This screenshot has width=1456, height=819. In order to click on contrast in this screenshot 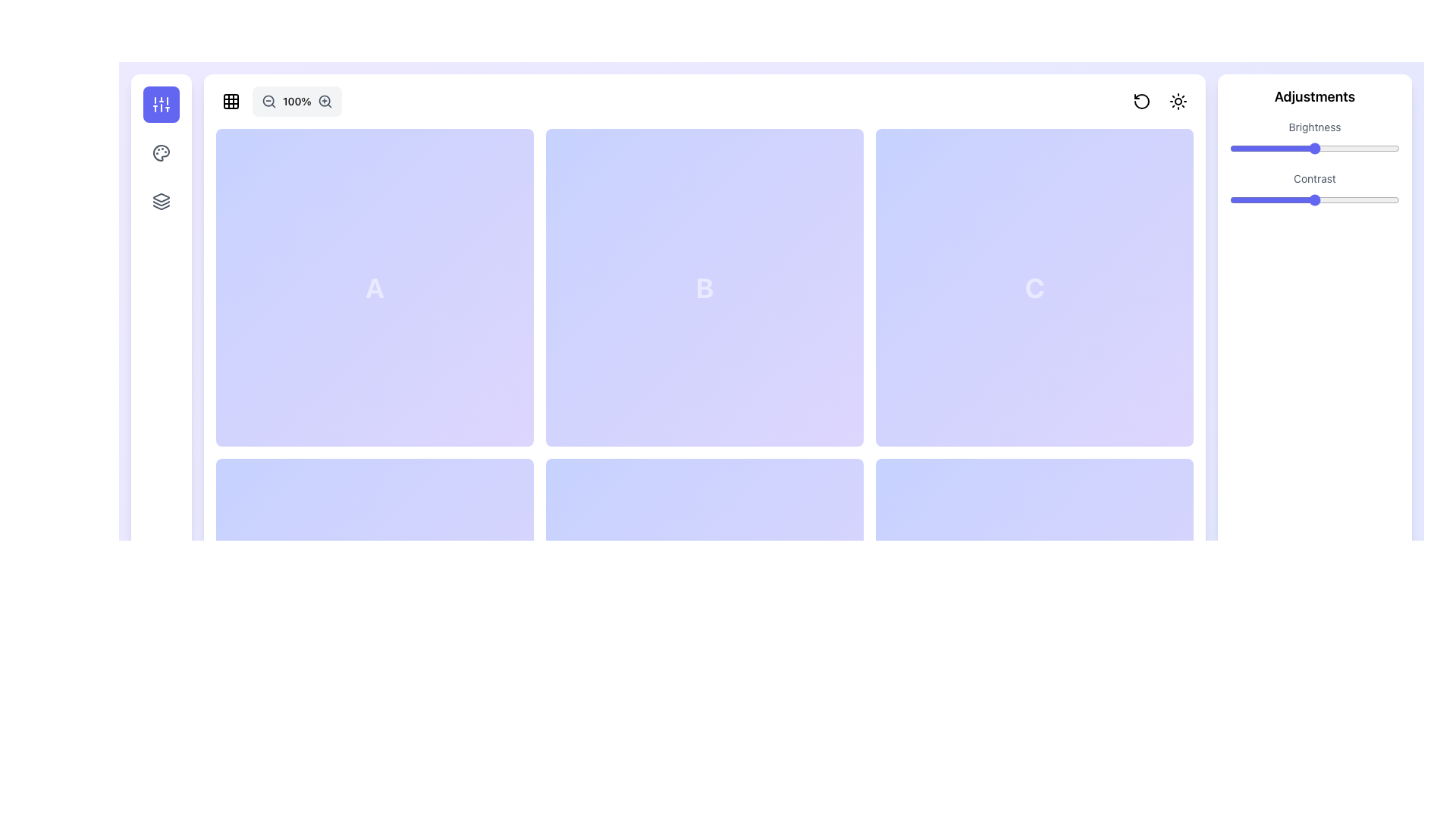, I will do `click(1302, 199)`.